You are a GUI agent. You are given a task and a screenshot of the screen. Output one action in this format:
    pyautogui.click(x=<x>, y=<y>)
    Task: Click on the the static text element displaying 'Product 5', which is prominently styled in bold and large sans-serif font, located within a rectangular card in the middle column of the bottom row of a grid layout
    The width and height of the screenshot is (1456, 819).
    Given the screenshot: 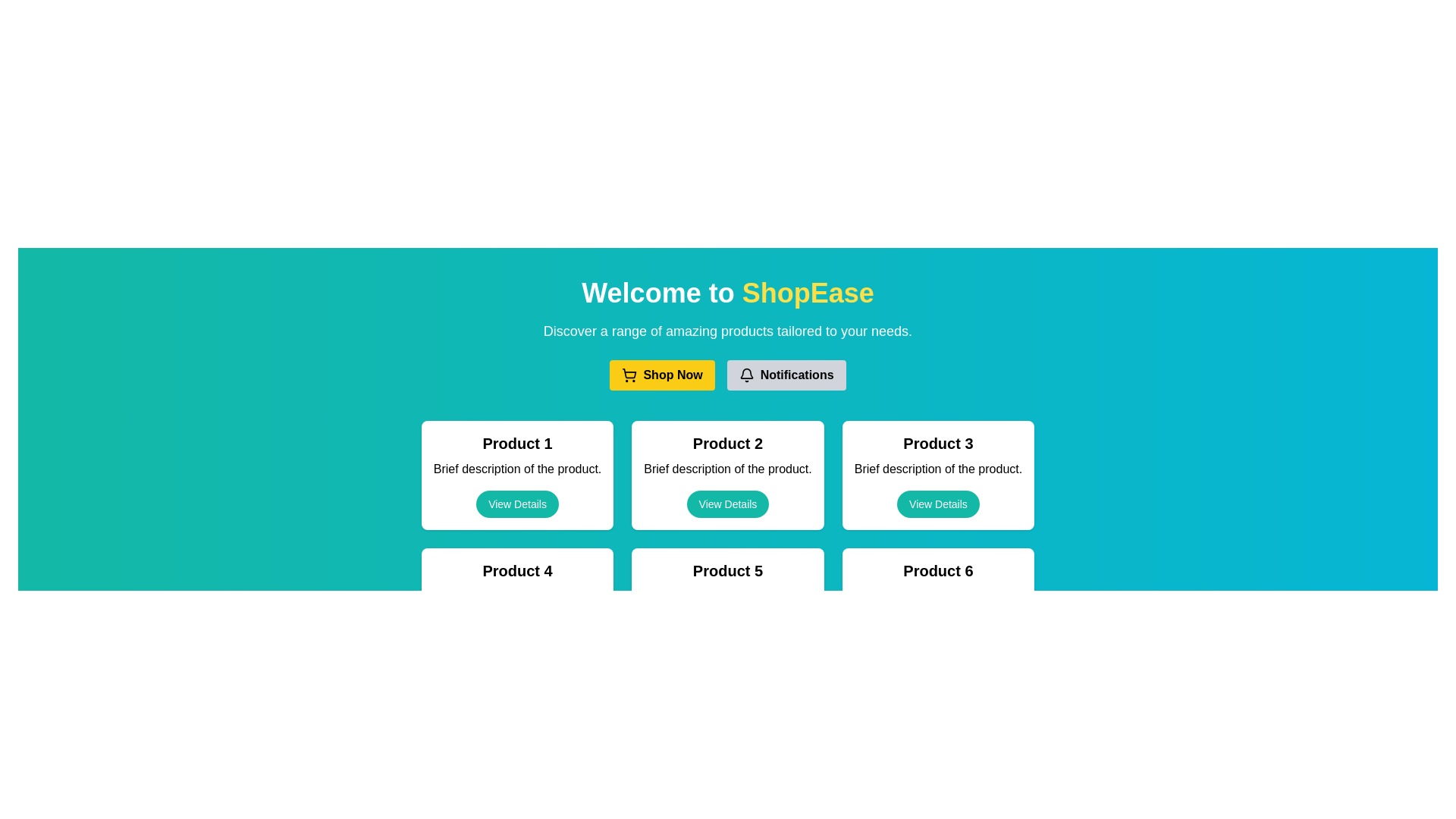 What is the action you would take?
    pyautogui.click(x=728, y=570)
    